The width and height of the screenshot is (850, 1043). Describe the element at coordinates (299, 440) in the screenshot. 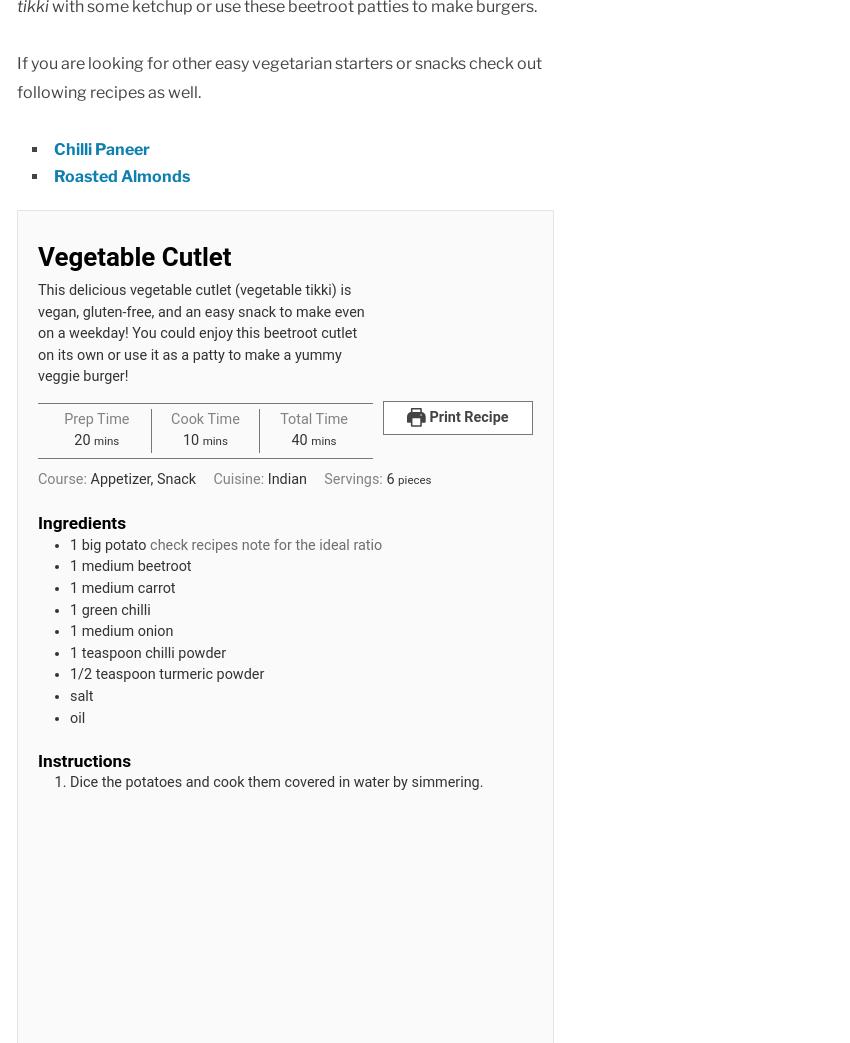

I see `'40'` at that location.